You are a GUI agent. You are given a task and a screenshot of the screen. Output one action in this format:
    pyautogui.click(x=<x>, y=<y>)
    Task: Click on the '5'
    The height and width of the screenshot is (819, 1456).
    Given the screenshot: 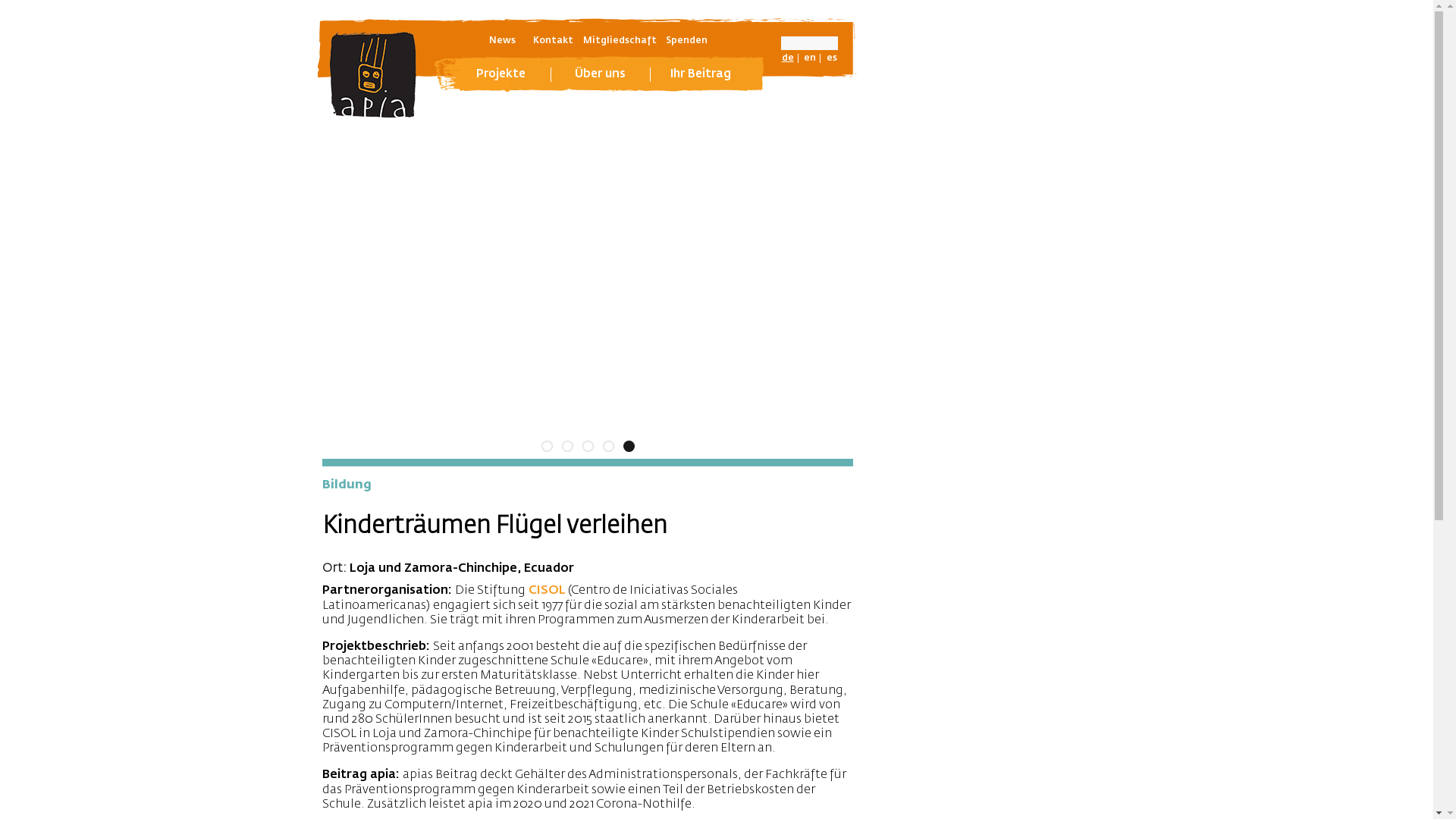 What is the action you would take?
    pyautogui.click(x=623, y=445)
    